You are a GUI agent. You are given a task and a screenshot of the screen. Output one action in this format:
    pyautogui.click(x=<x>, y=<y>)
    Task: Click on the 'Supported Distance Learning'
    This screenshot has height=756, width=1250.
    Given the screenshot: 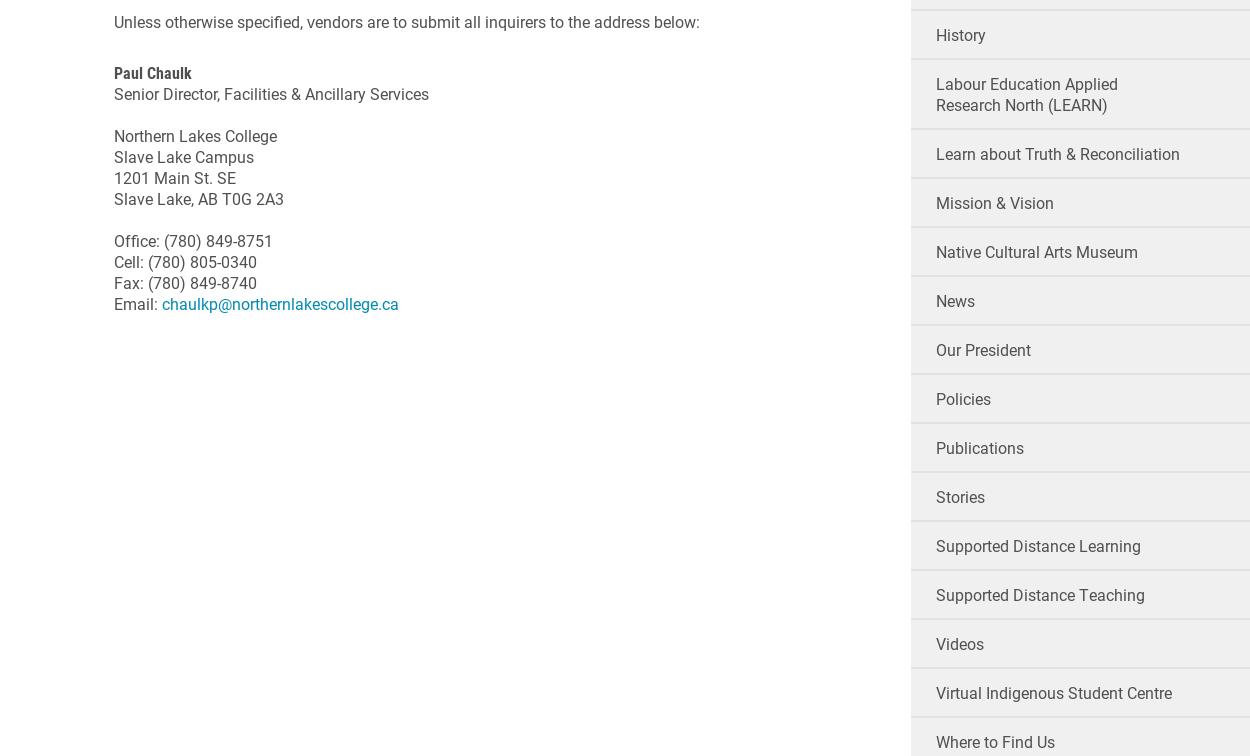 What is the action you would take?
    pyautogui.click(x=1037, y=545)
    